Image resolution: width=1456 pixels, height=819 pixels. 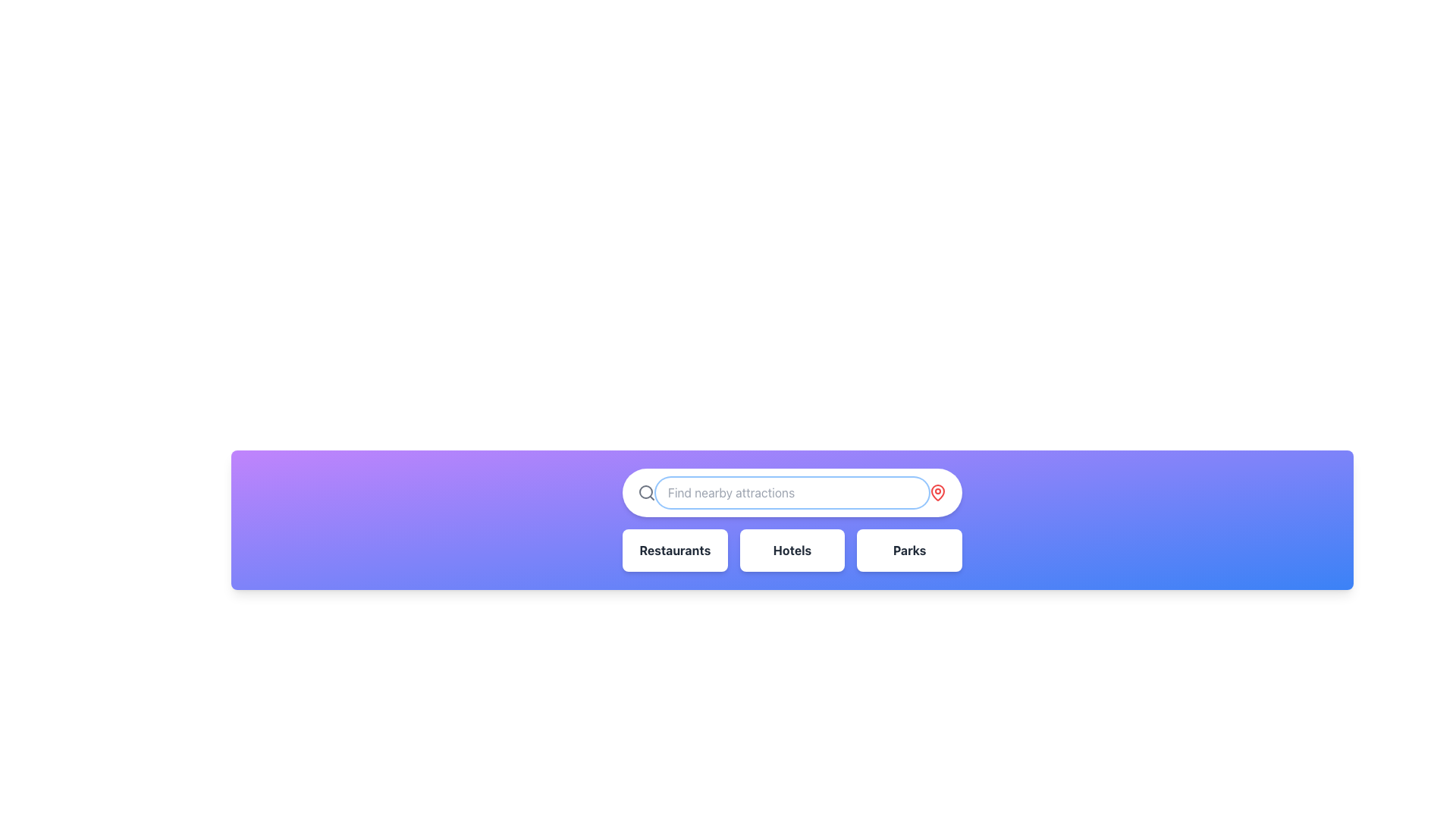 I want to click on text from the label that serves as a category filter for 'Restaurants', located in the first of three sibling cards underneath the horizontal search bar, so click(x=674, y=550).